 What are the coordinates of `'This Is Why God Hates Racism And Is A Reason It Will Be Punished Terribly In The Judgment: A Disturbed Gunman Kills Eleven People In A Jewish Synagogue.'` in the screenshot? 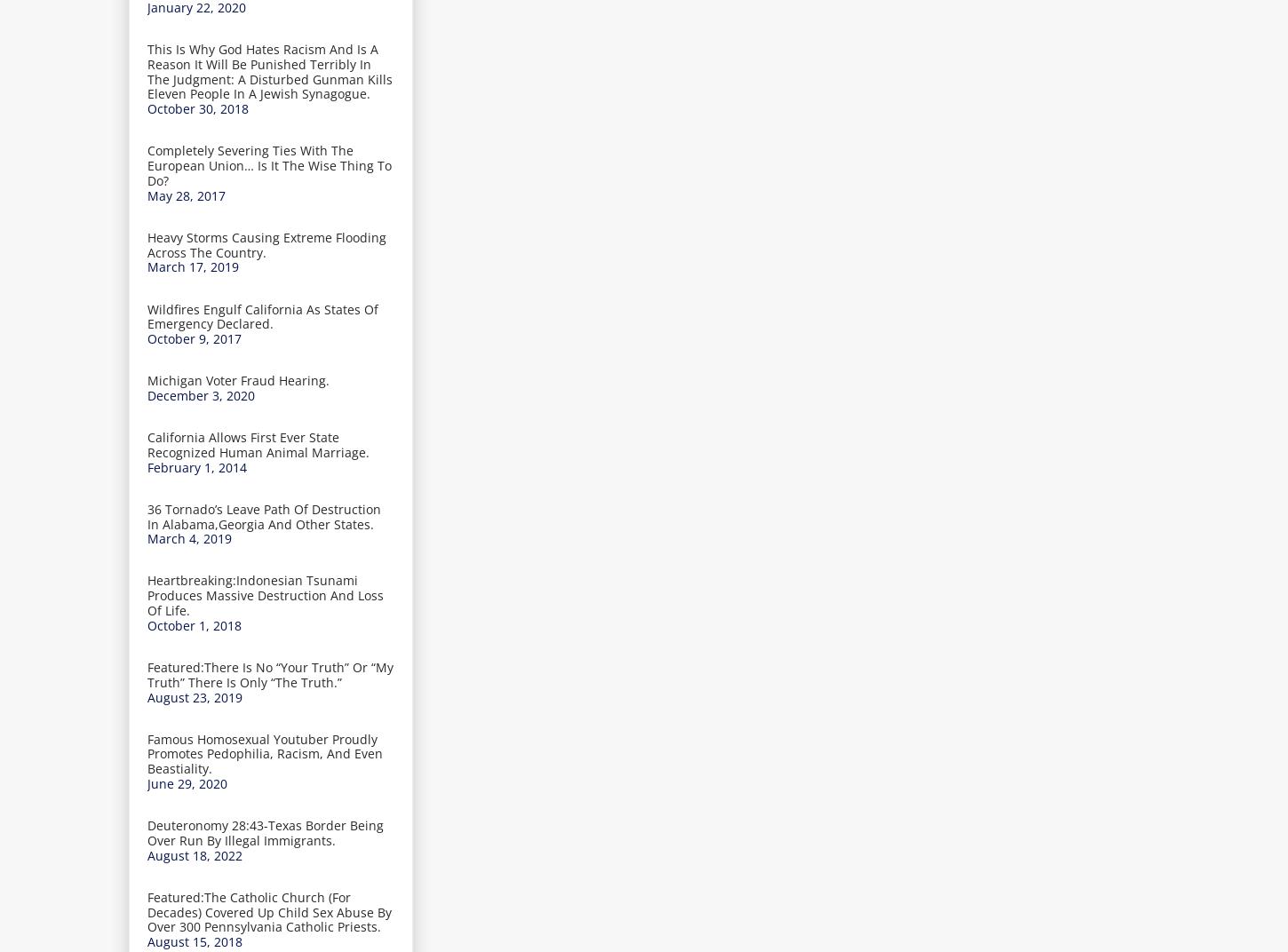 It's located at (270, 71).